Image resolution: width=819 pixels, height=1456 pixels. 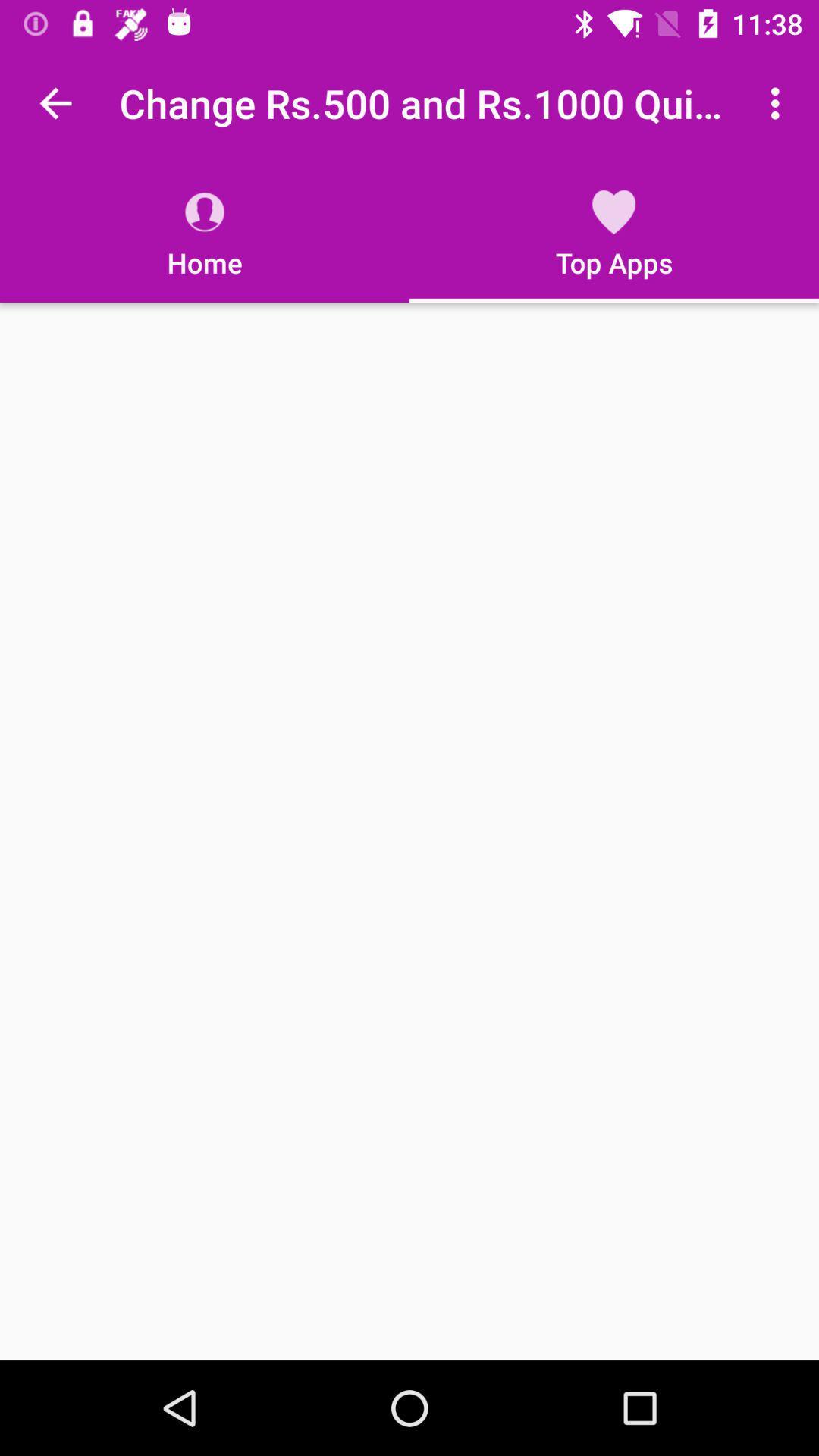 What do you see at coordinates (55, 102) in the screenshot?
I see `the app next to change rs 500 icon` at bounding box center [55, 102].